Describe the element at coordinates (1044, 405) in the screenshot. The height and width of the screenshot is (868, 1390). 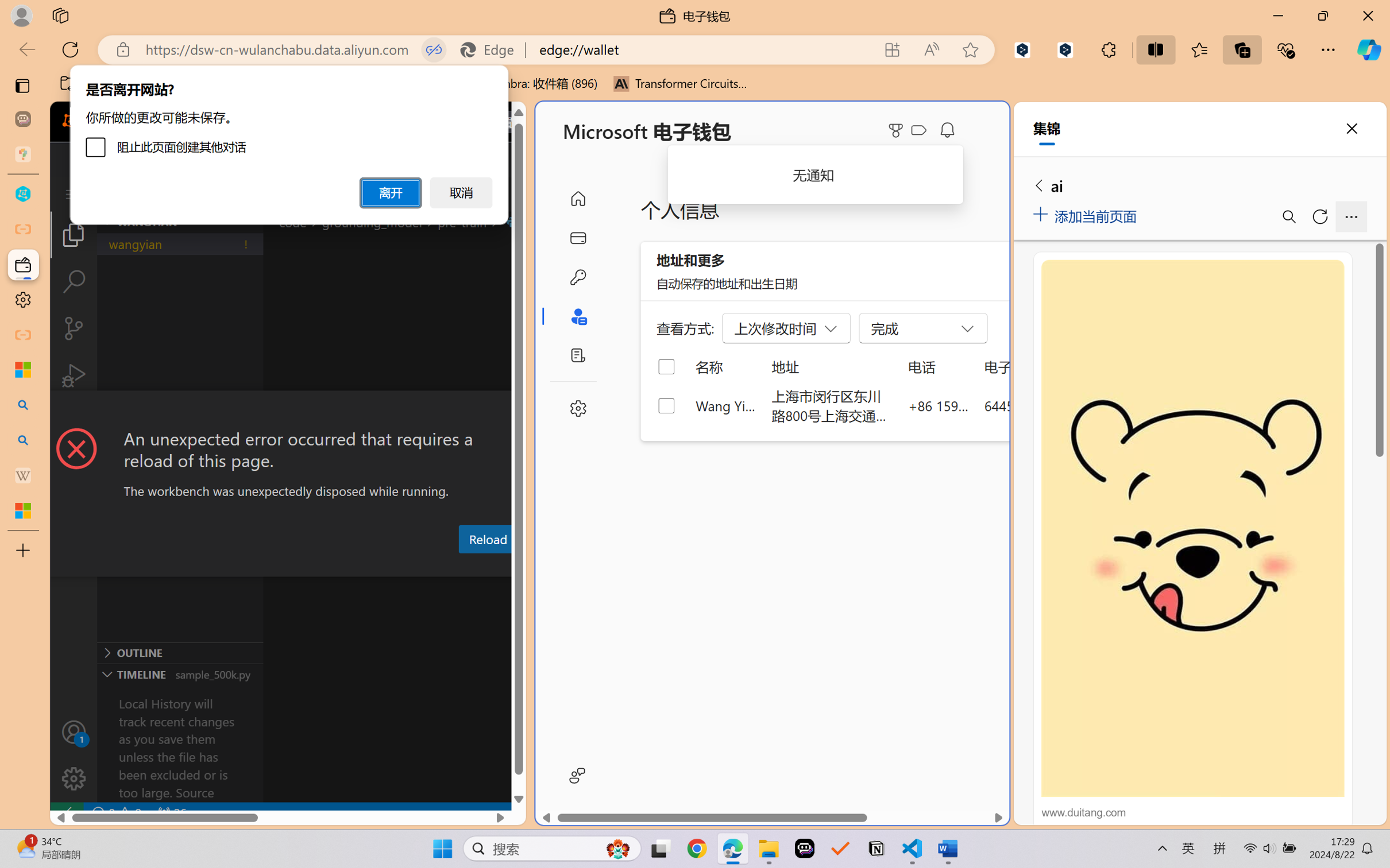
I see `'644553698@qq.com'` at that location.